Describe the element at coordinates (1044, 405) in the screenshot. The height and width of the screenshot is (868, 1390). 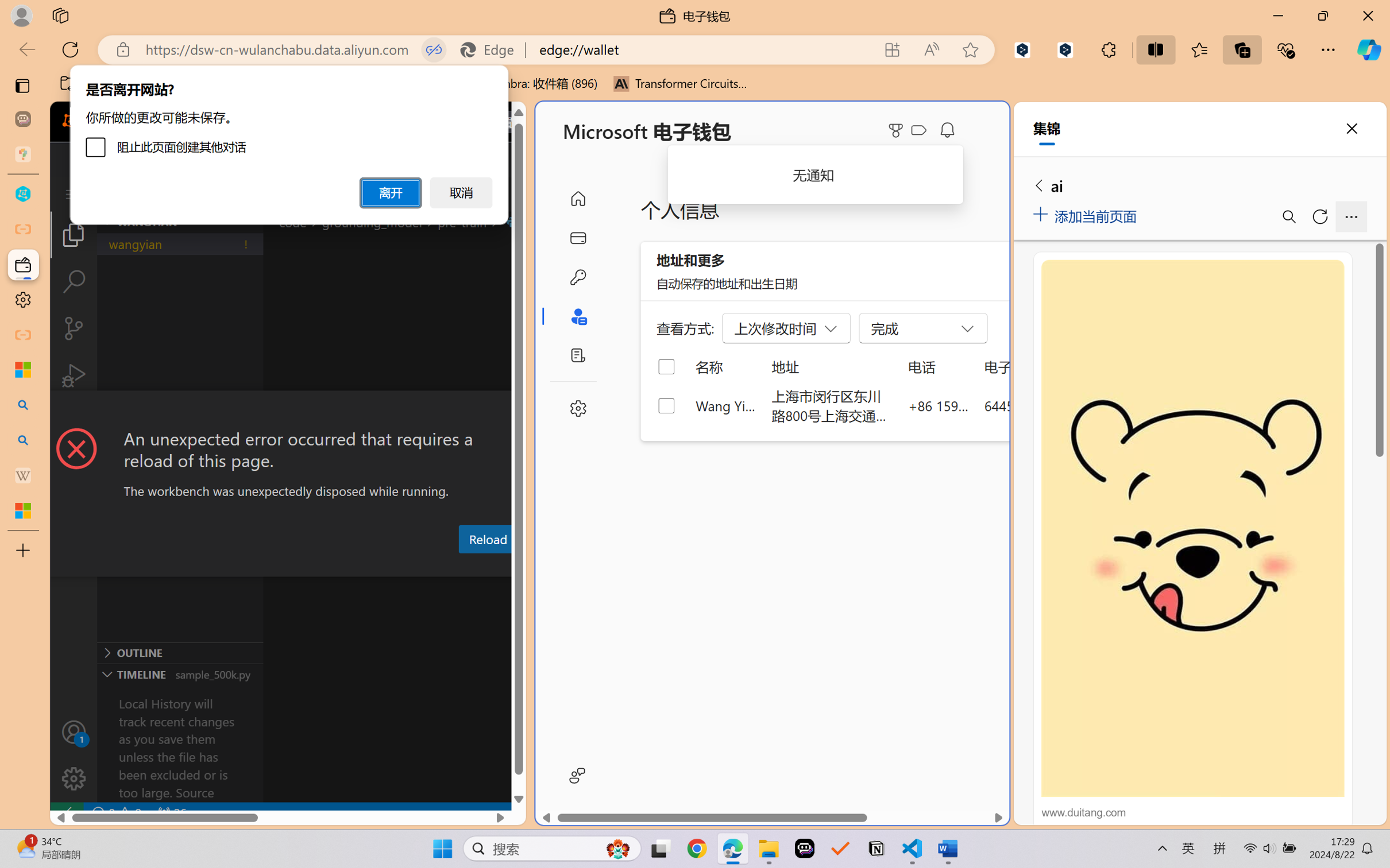
I see `'644553698@qq.com'` at that location.